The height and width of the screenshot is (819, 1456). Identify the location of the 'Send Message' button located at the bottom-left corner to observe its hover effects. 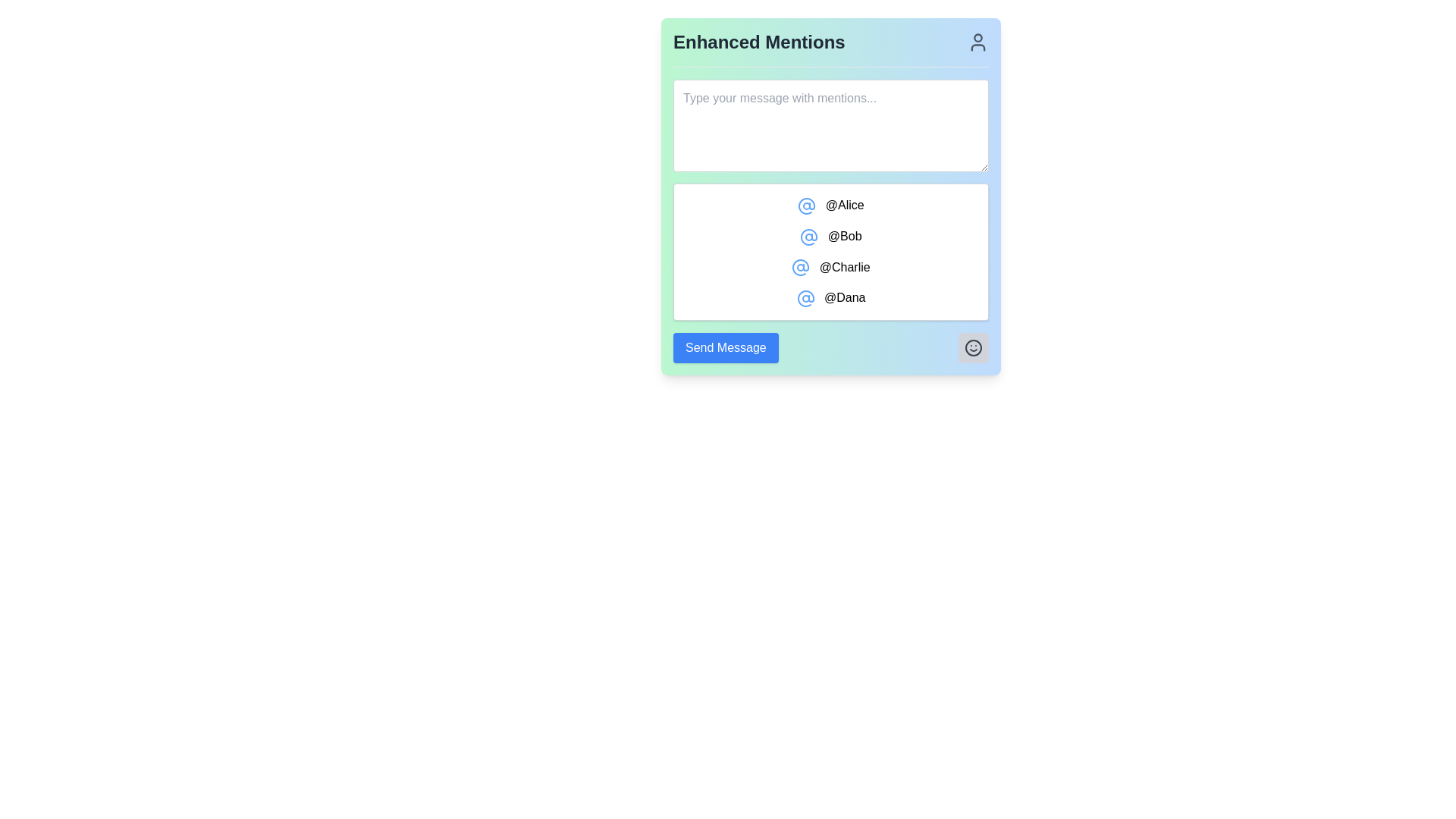
(725, 348).